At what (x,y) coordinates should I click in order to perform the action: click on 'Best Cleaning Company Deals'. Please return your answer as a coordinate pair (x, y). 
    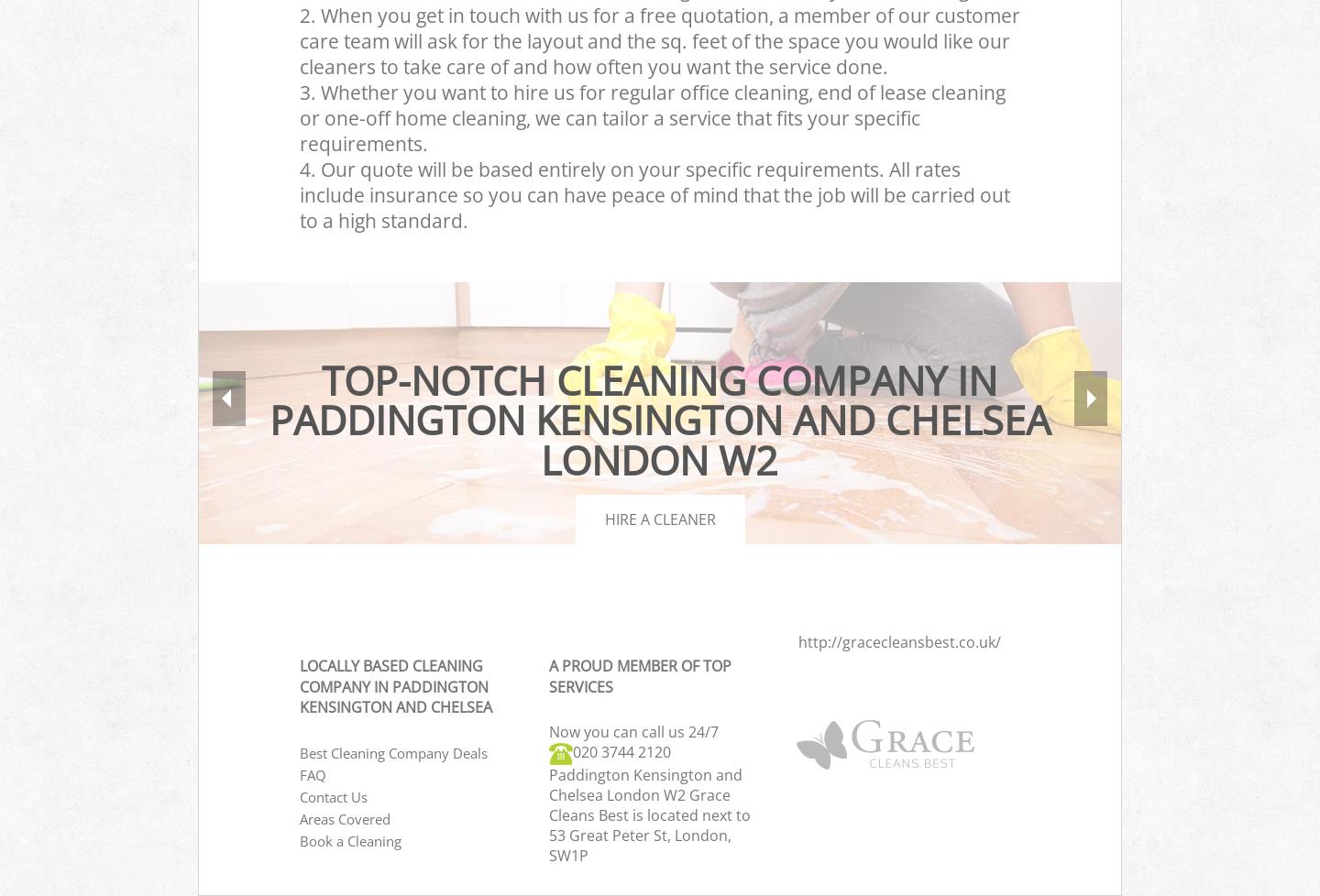
    Looking at the image, I should click on (393, 752).